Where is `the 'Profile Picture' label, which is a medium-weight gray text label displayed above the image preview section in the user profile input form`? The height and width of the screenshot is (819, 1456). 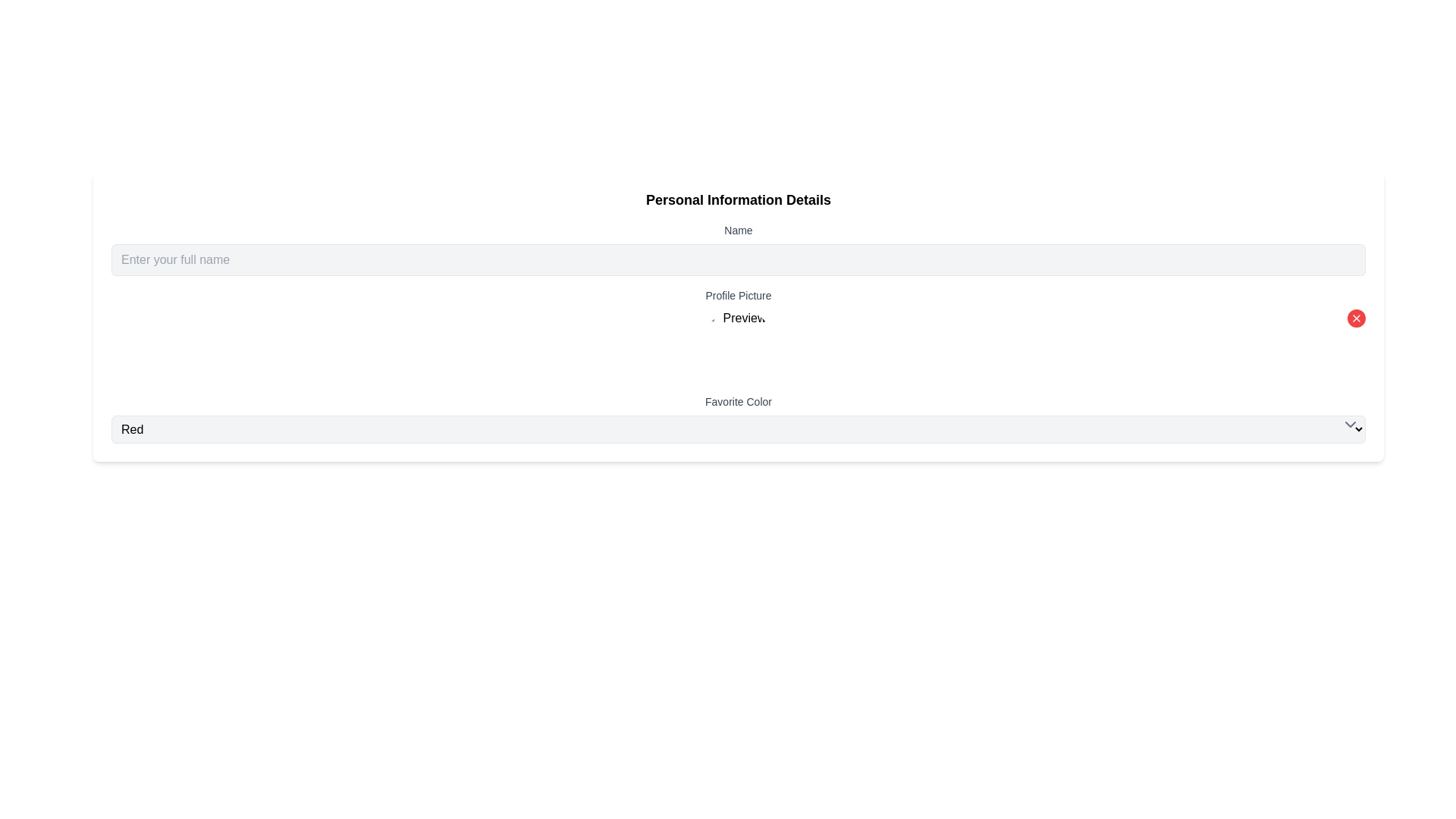
the 'Profile Picture' label, which is a medium-weight gray text label displayed above the image preview section in the user profile input form is located at coordinates (739, 295).